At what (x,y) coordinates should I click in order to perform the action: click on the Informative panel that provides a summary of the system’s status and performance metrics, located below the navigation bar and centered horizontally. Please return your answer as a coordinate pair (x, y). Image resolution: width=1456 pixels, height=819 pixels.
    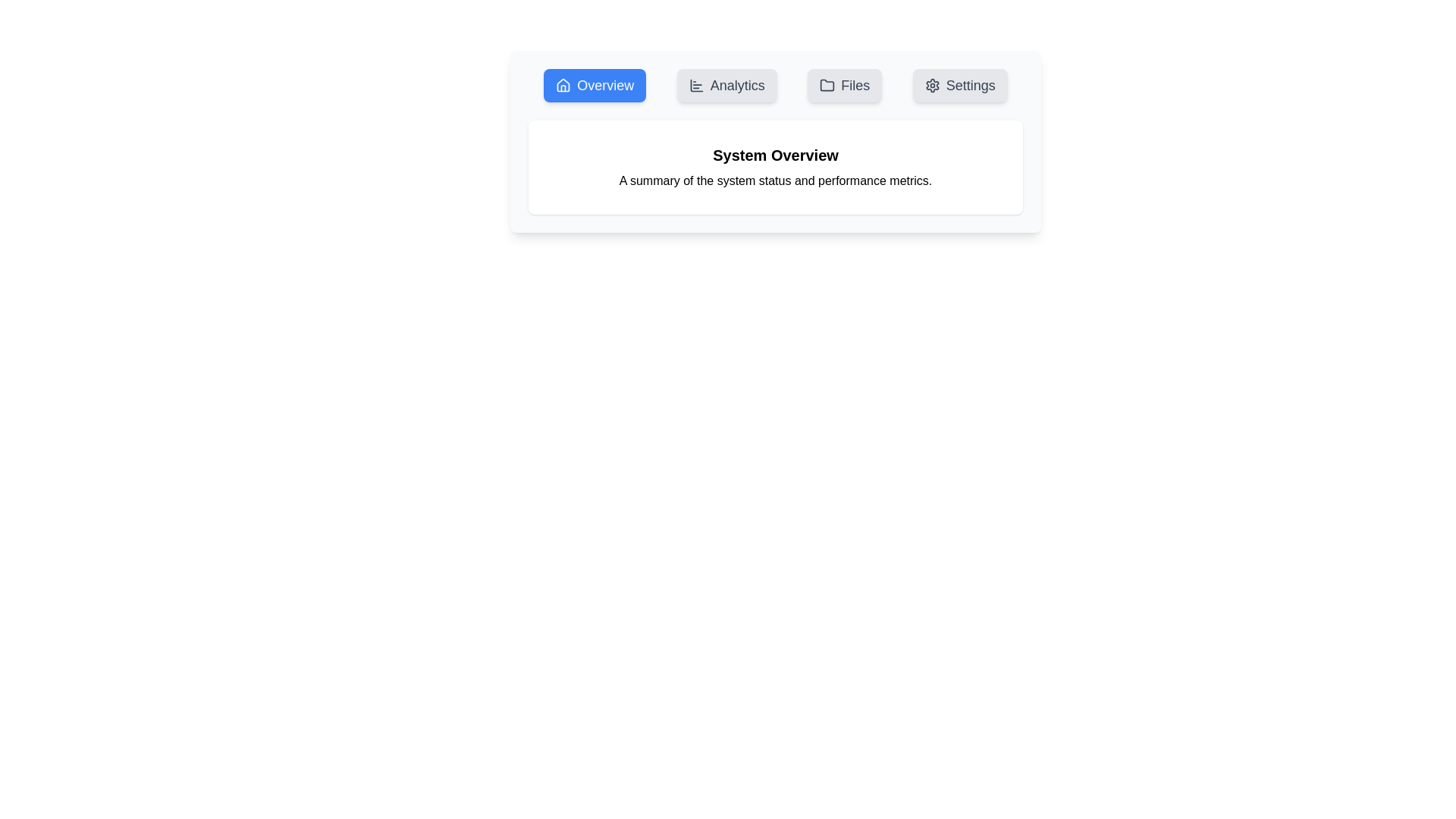
    Looking at the image, I should click on (775, 141).